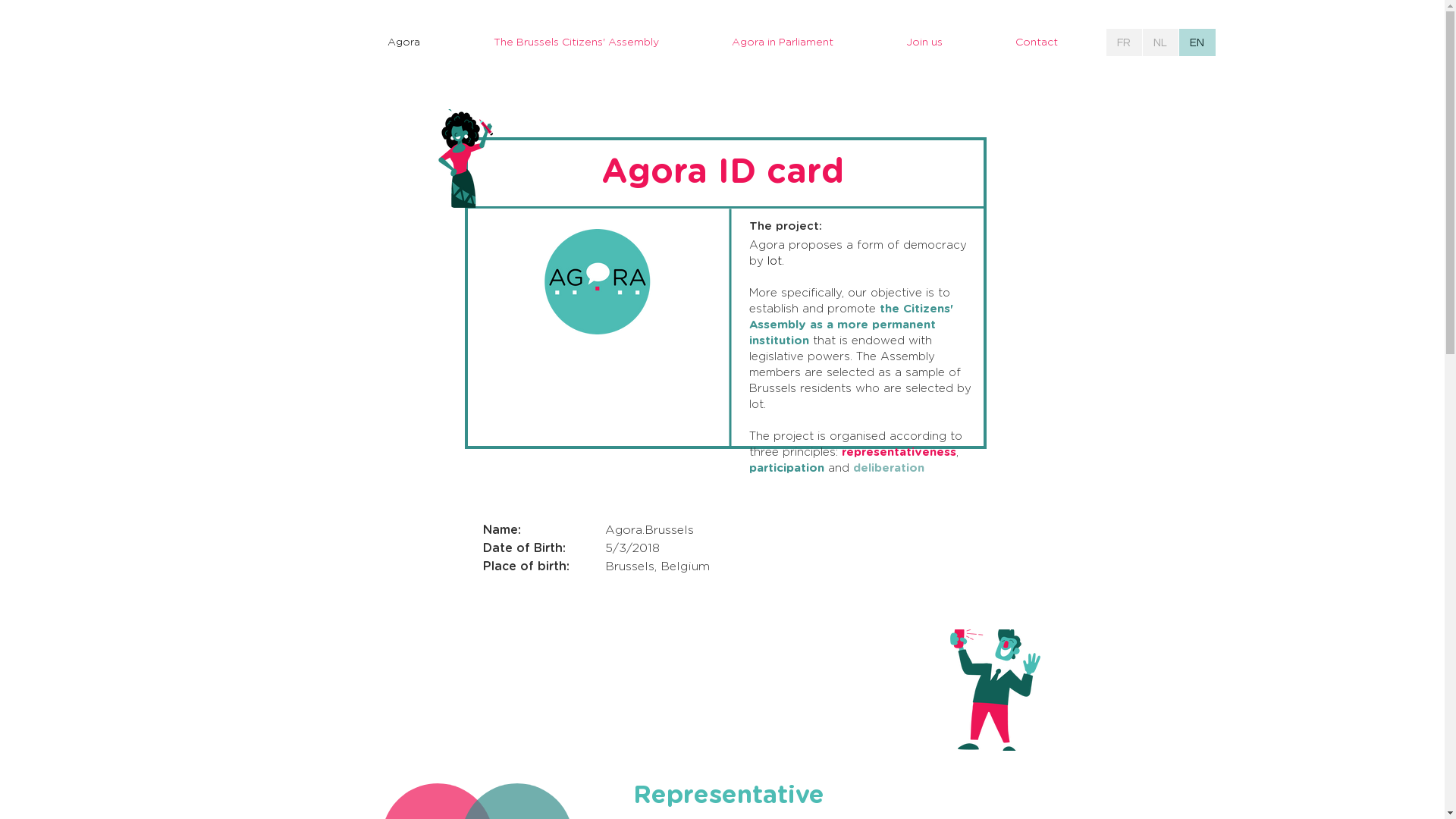 Image resolution: width=1456 pixels, height=819 pixels. What do you see at coordinates (1035, 42) in the screenshot?
I see `'Contact'` at bounding box center [1035, 42].